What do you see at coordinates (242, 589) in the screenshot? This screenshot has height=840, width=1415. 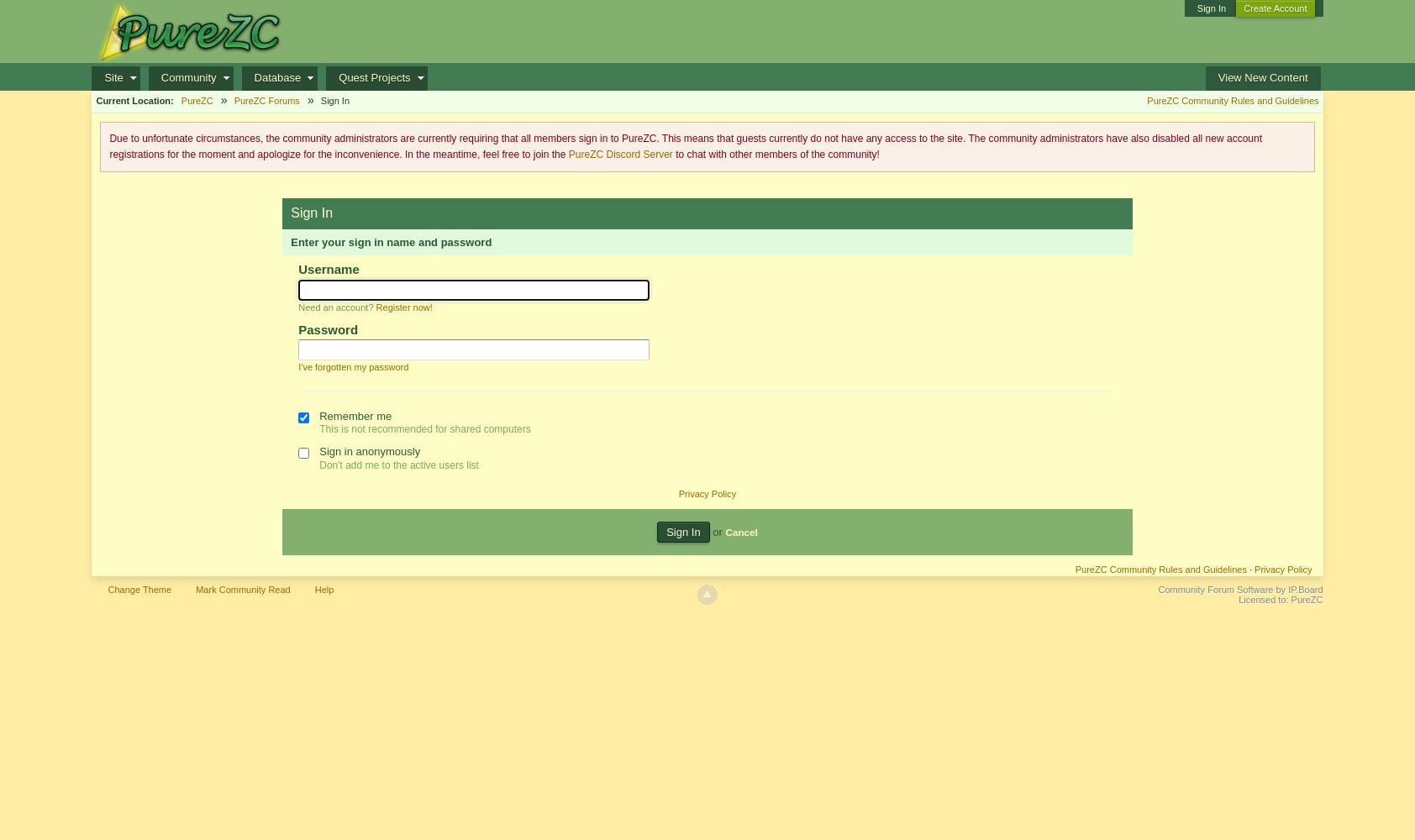 I see `'Mark Community Read'` at bounding box center [242, 589].